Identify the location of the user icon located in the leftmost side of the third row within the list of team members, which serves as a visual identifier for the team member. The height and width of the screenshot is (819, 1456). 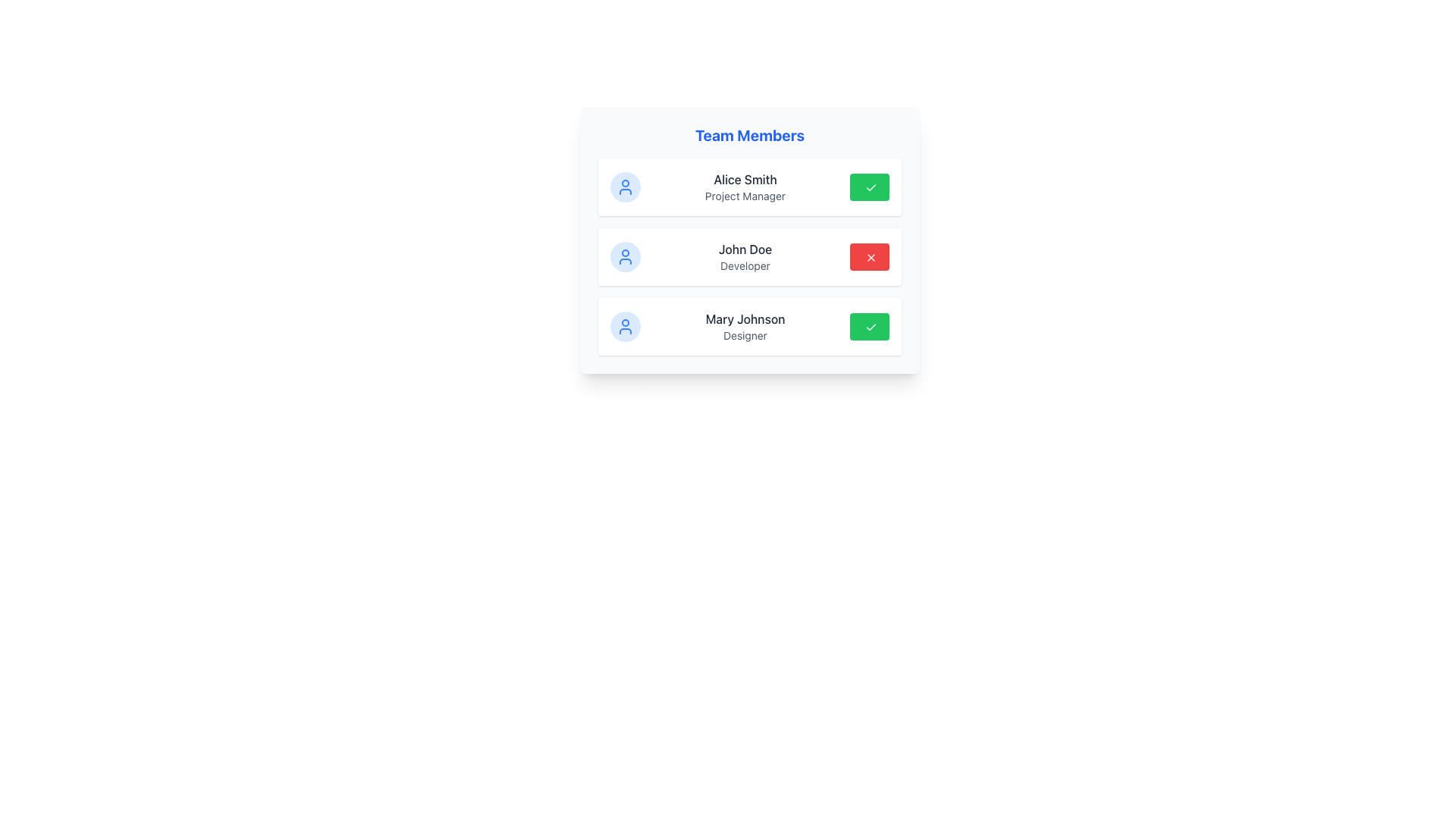
(626, 326).